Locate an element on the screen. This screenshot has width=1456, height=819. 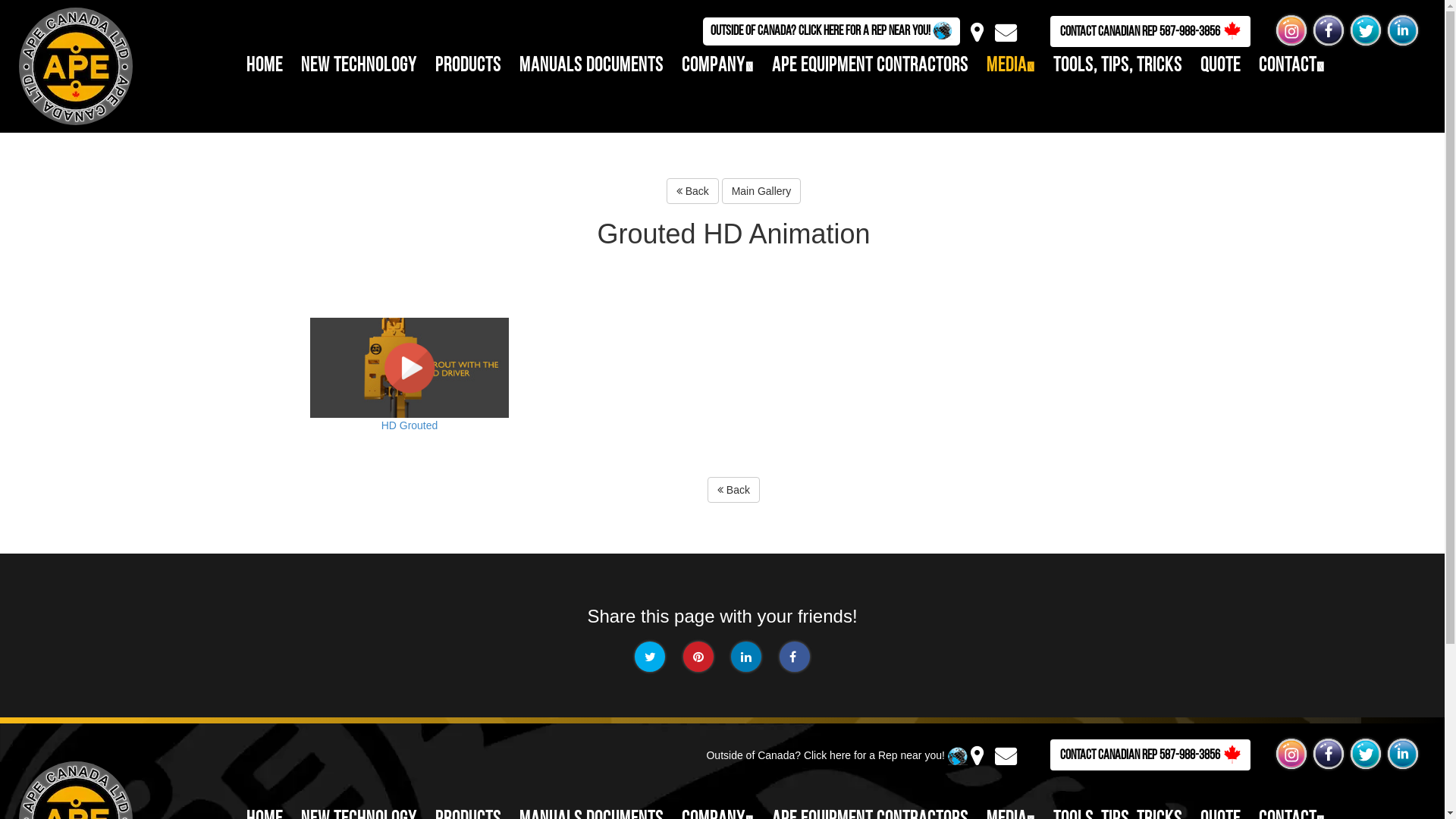
'Follow us on Twitter' is located at coordinates (1365, 30).